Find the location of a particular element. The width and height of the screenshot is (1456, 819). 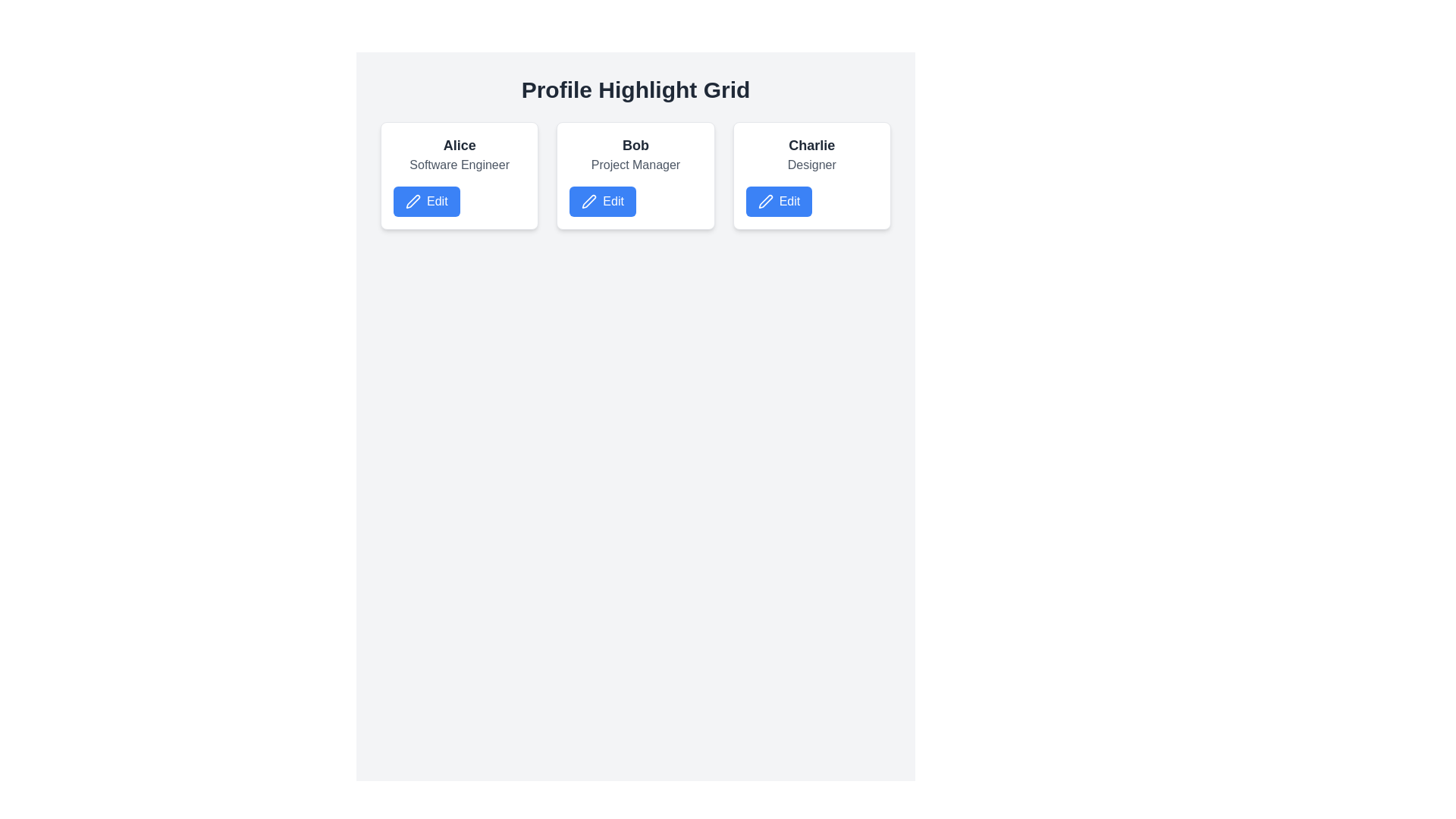

the 'Edit' text label within the button on the card labeled 'Alice' is located at coordinates (436, 201).